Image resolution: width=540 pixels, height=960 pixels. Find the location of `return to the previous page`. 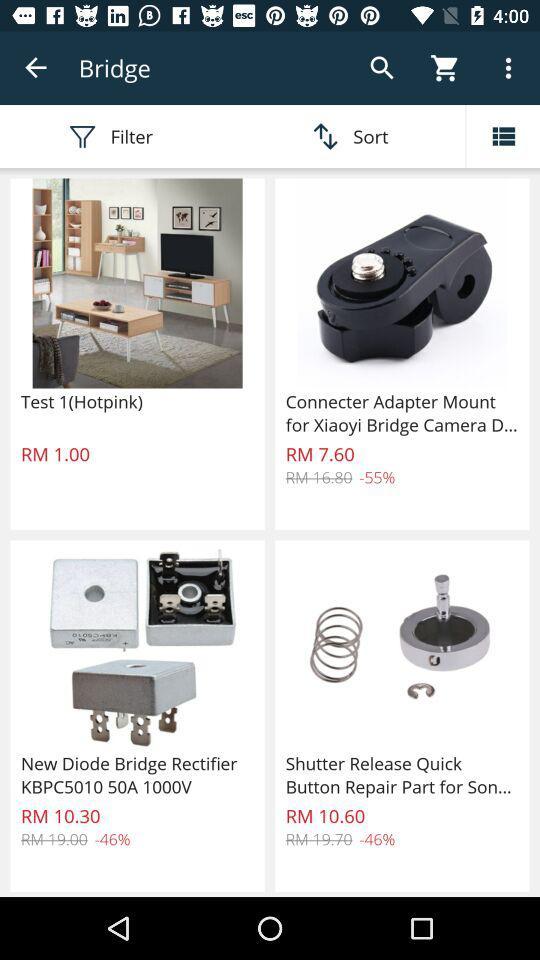

return to the previous page is located at coordinates (36, 68).